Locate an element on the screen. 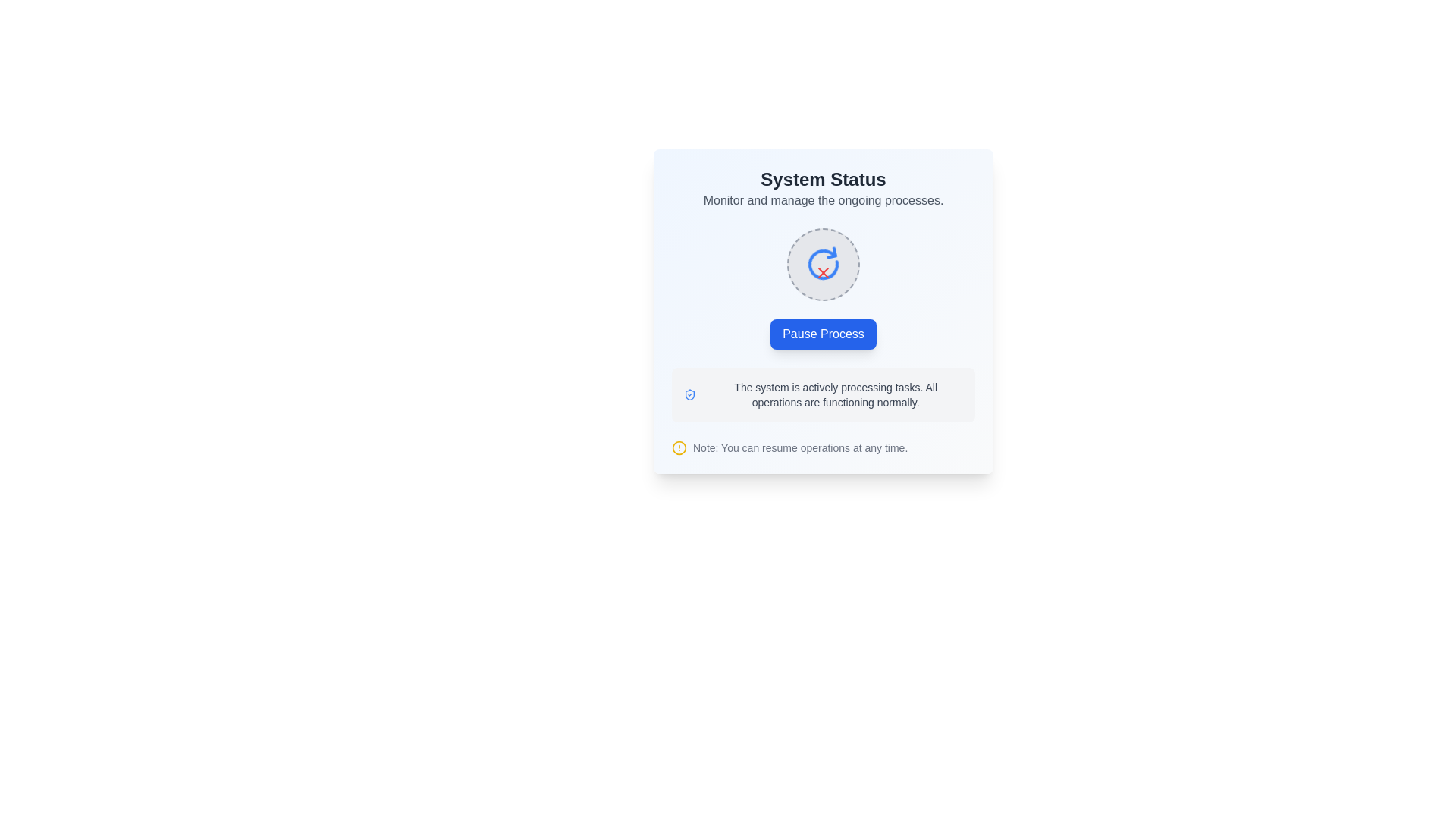 This screenshot has width=1456, height=819. the diagonal cross icon, which is styled with a clear stroke and sharp edges, located at the center of a circular dashed outline within the 'System Status' dialog interface is located at coordinates (822, 271).